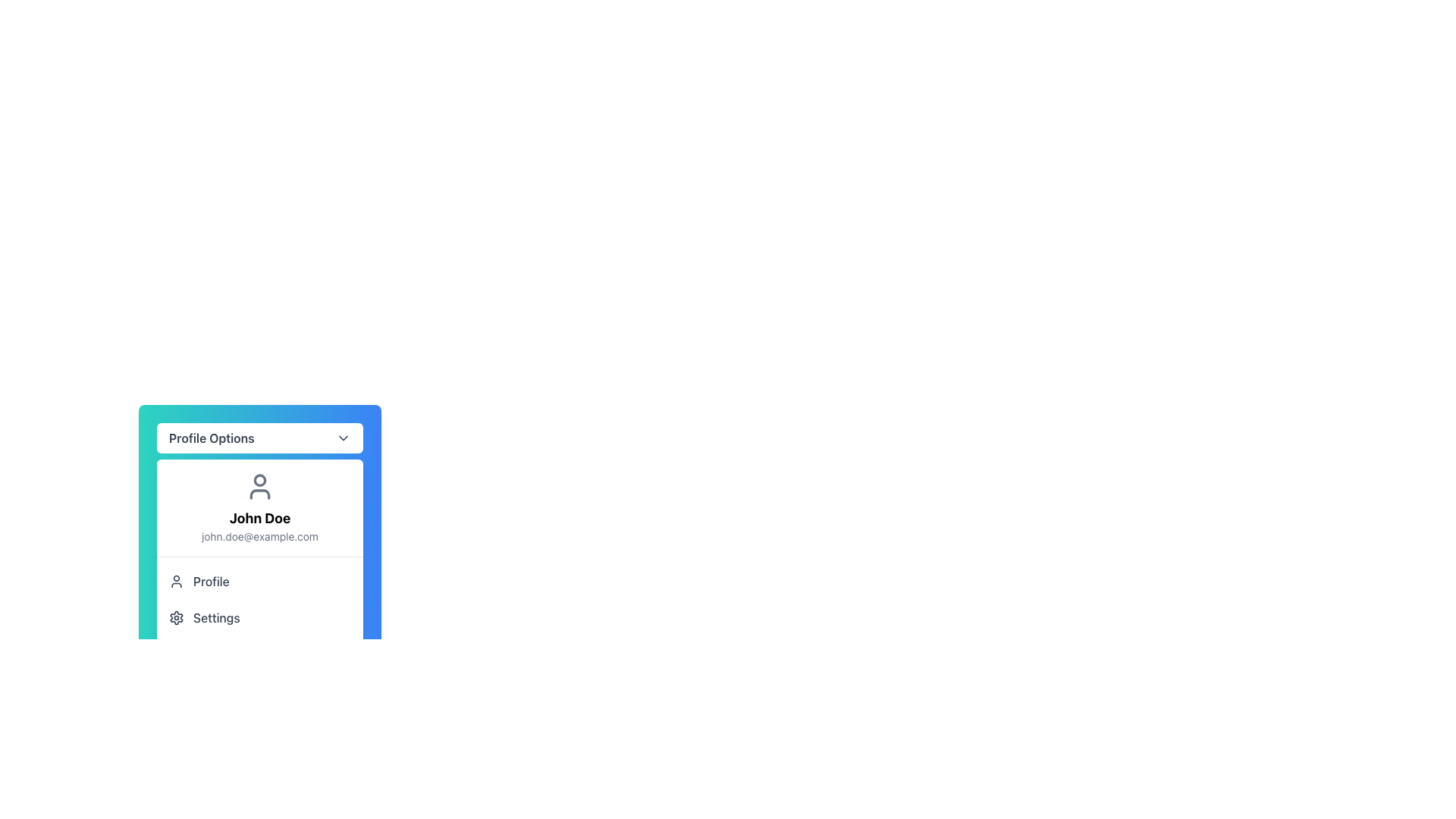  Describe the element at coordinates (259, 517) in the screenshot. I see `the prominent Static Text element displaying the name 'John Doe', which is located above the smaller gray email text in the profile card layout` at that location.